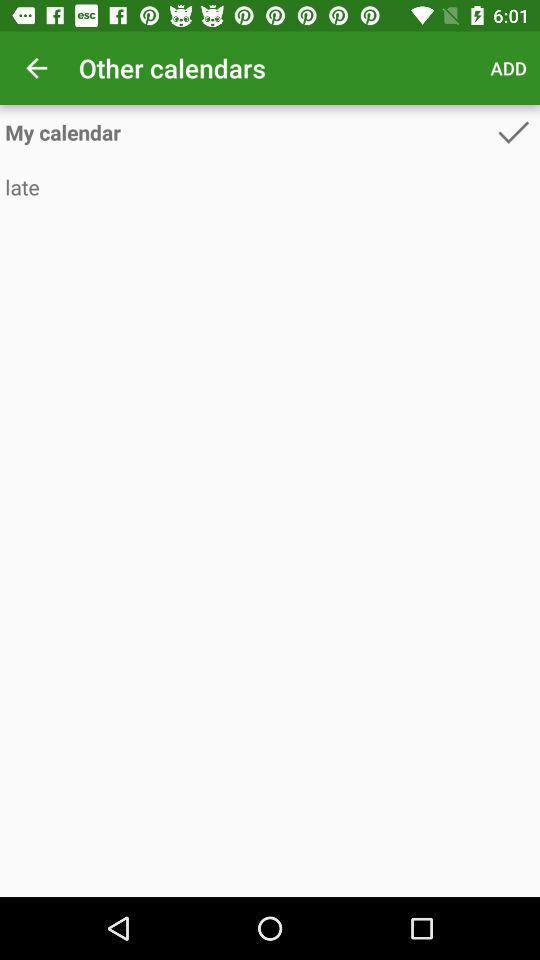 The image size is (540, 960). I want to click on the item below the my calendar item, so click(270, 187).